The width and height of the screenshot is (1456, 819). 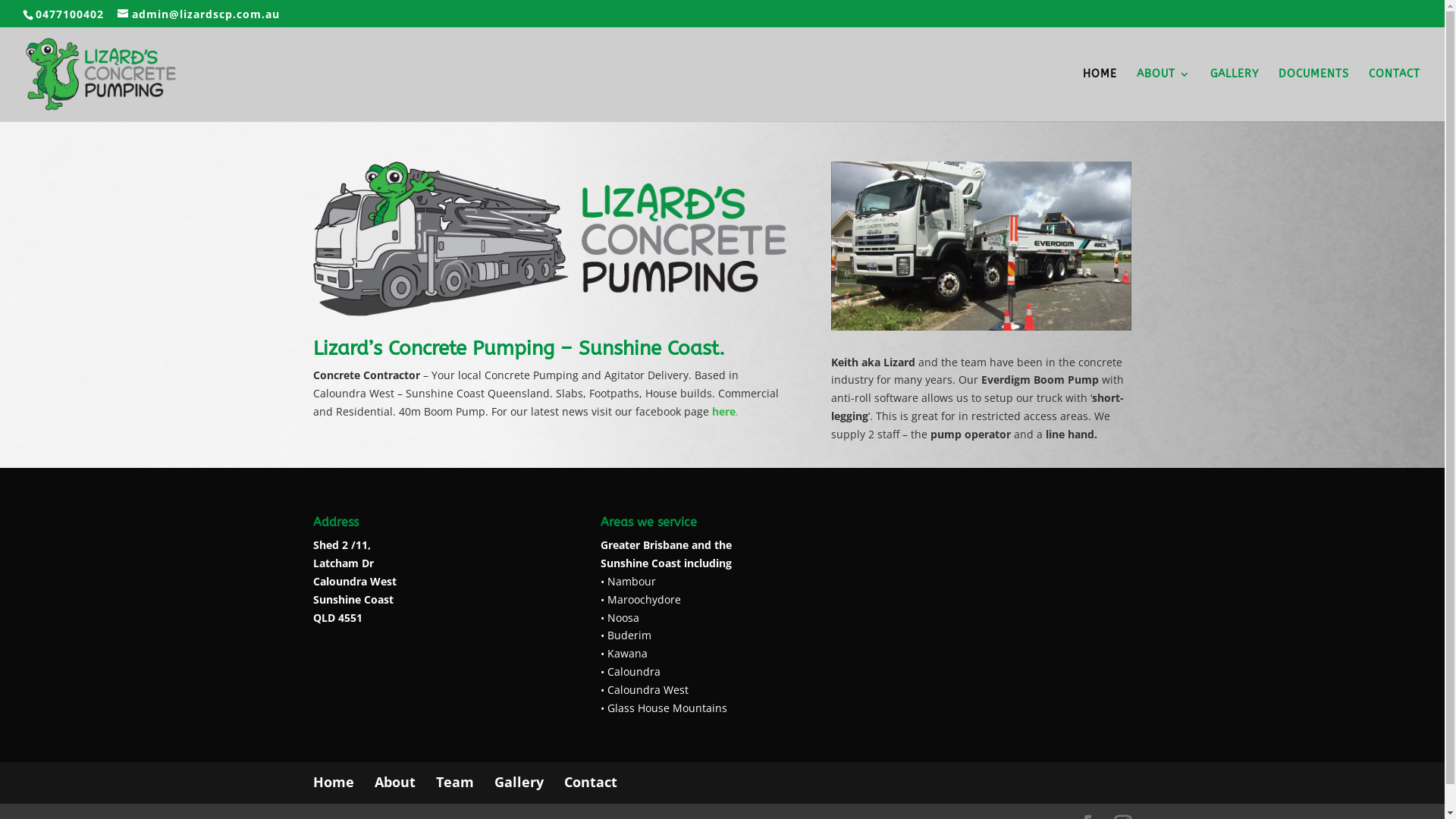 What do you see at coordinates (395, 781) in the screenshot?
I see `'About'` at bounding box center [395, 781].